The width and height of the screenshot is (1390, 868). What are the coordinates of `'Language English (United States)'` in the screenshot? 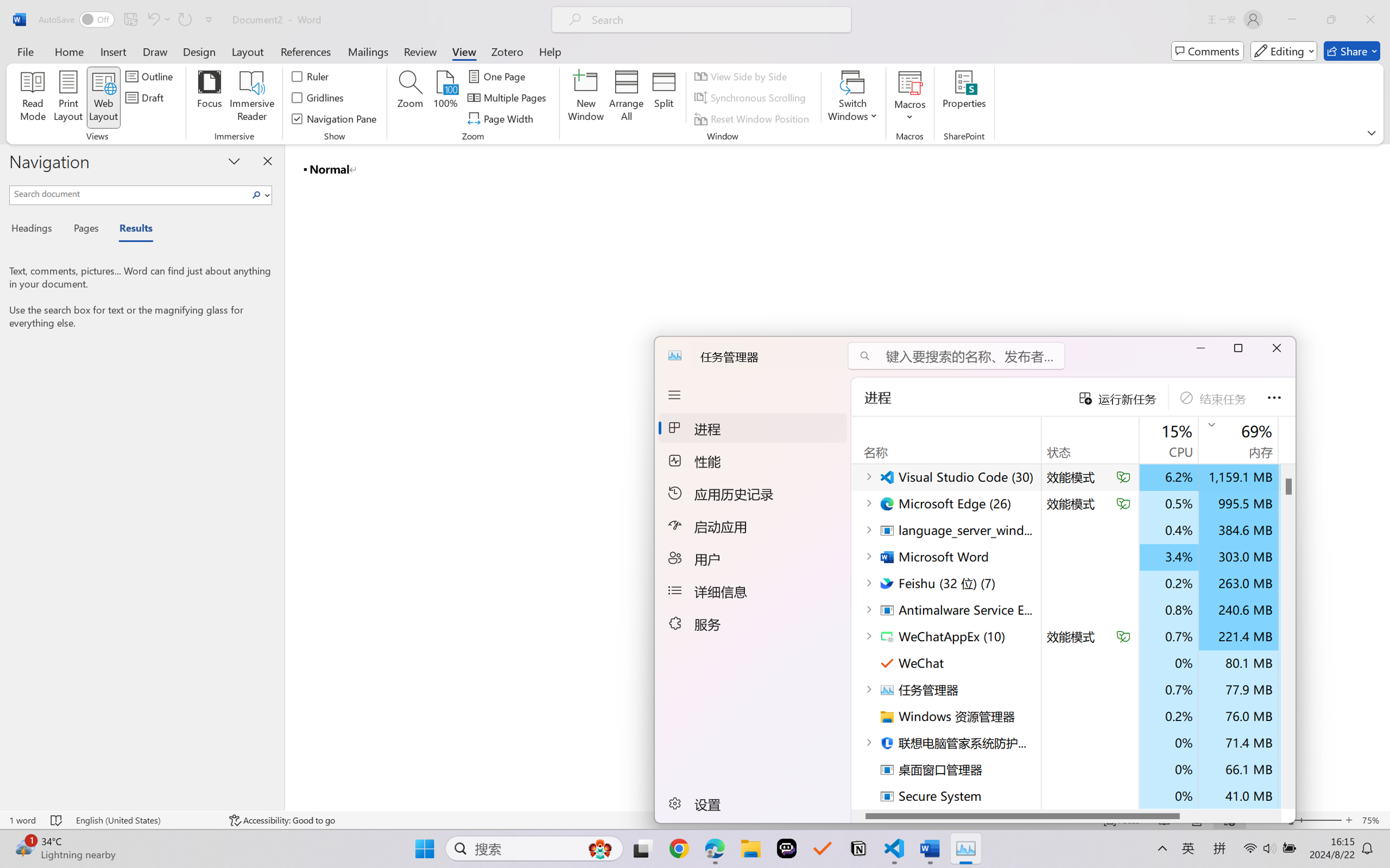 It's located at (144, 820).